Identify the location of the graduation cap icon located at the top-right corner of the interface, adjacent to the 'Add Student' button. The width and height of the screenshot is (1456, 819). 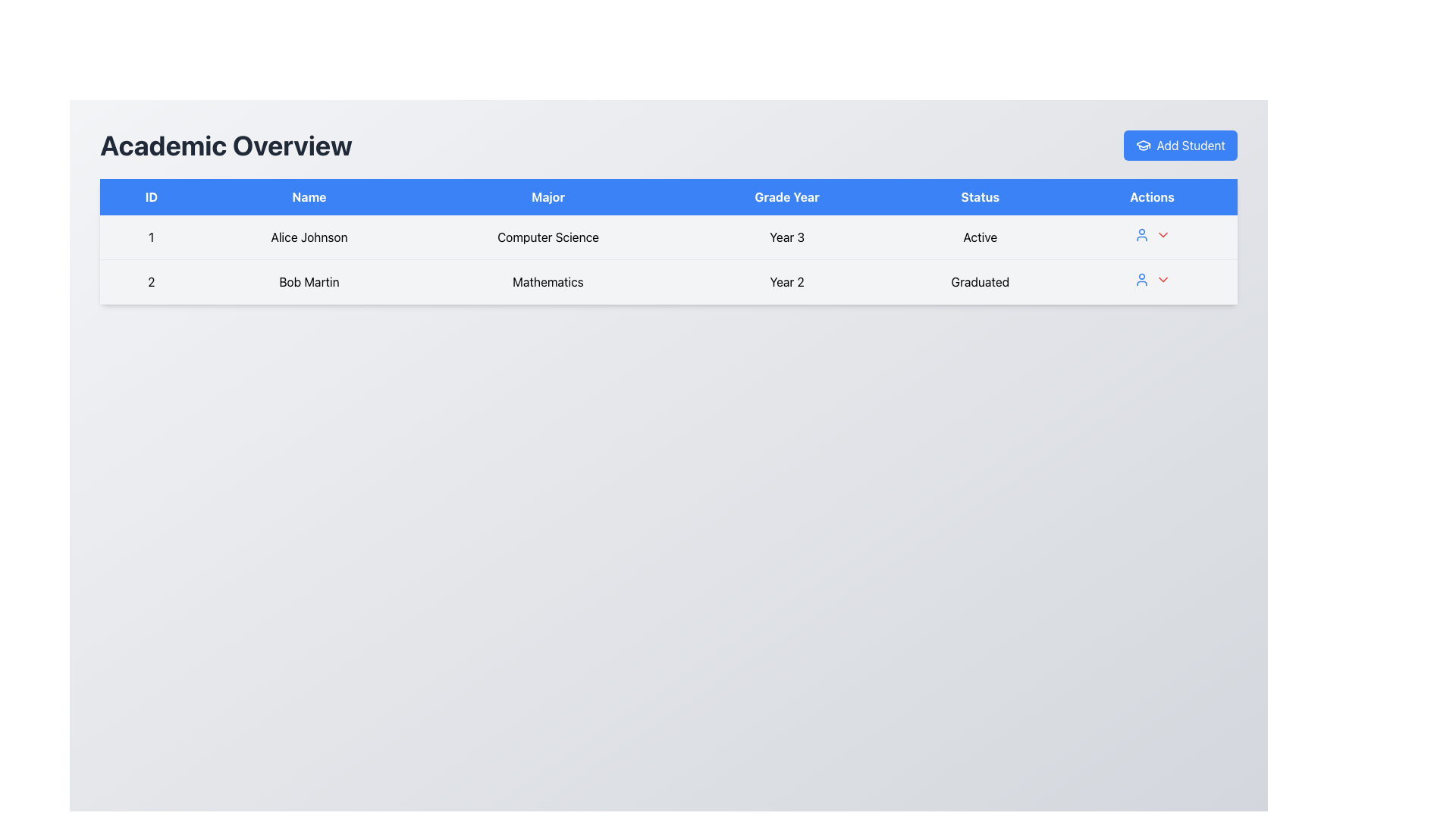
(1143, 144).